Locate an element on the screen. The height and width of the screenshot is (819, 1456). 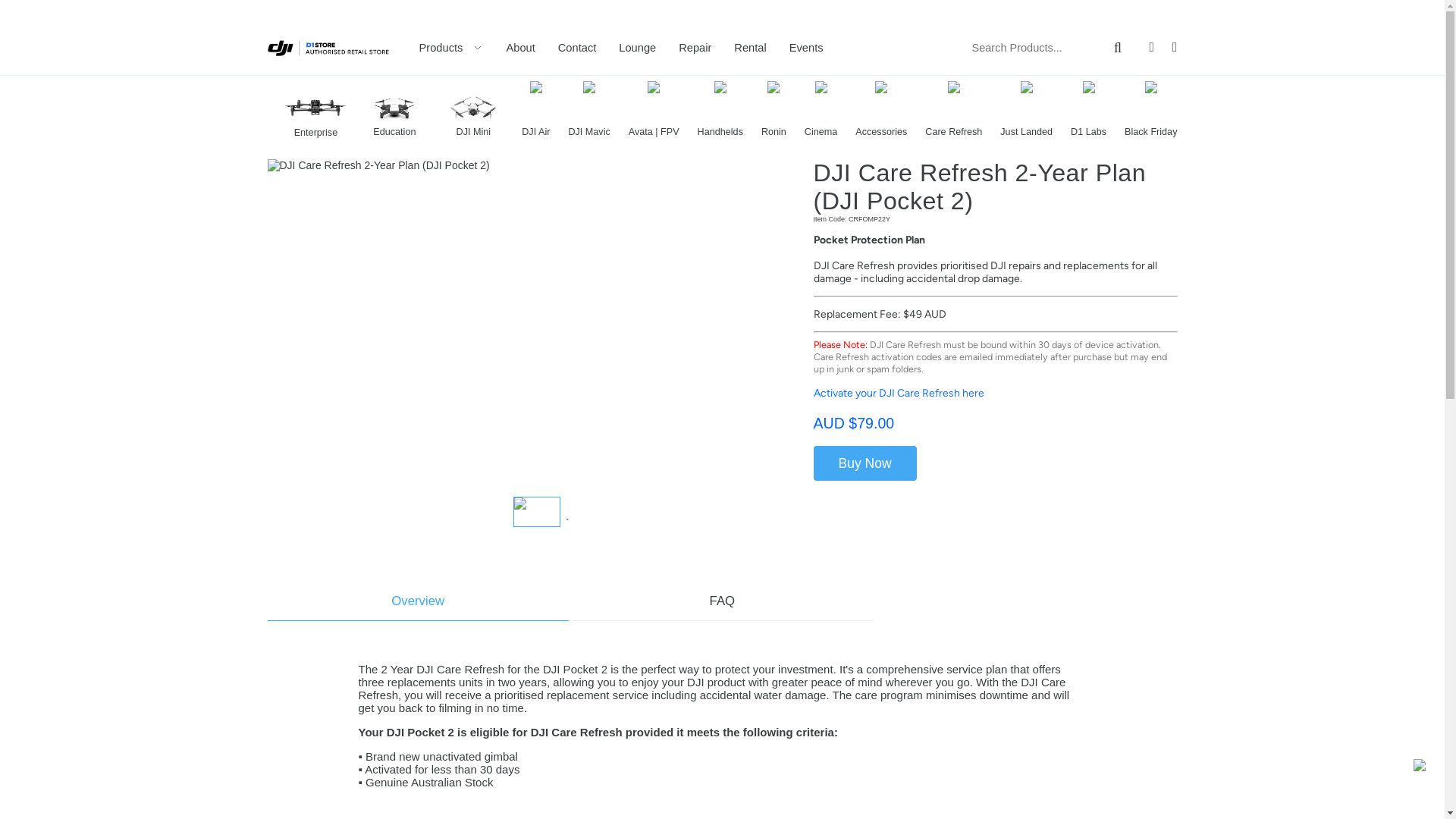
'DJI Air' is located at coordinates (535, 108).